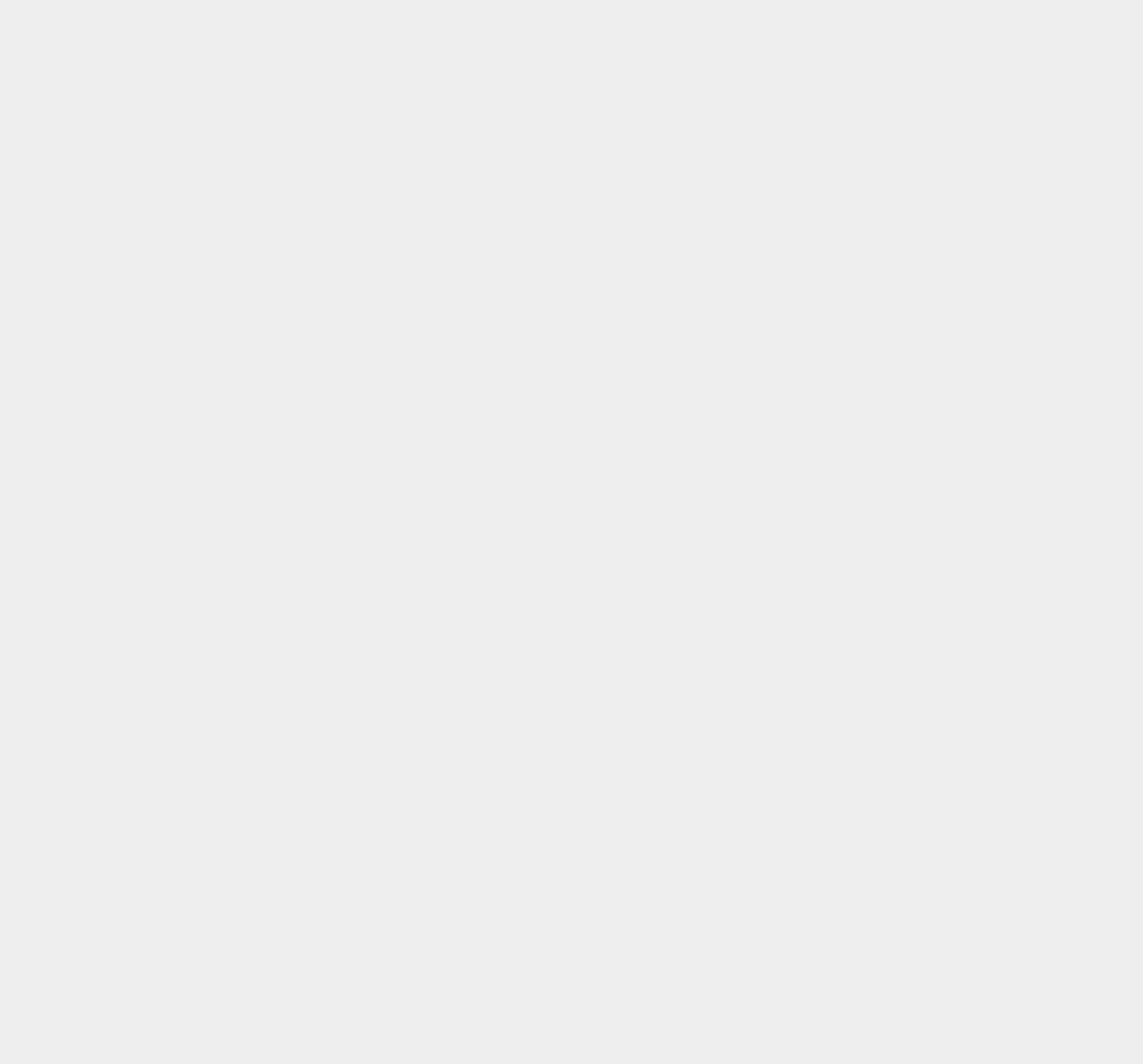 The width and height of the screenshot is (1143, 1064). Describe the element at coordinates (864, 1019) in the screenshot. I see `'Social Media Tools'` at that location.